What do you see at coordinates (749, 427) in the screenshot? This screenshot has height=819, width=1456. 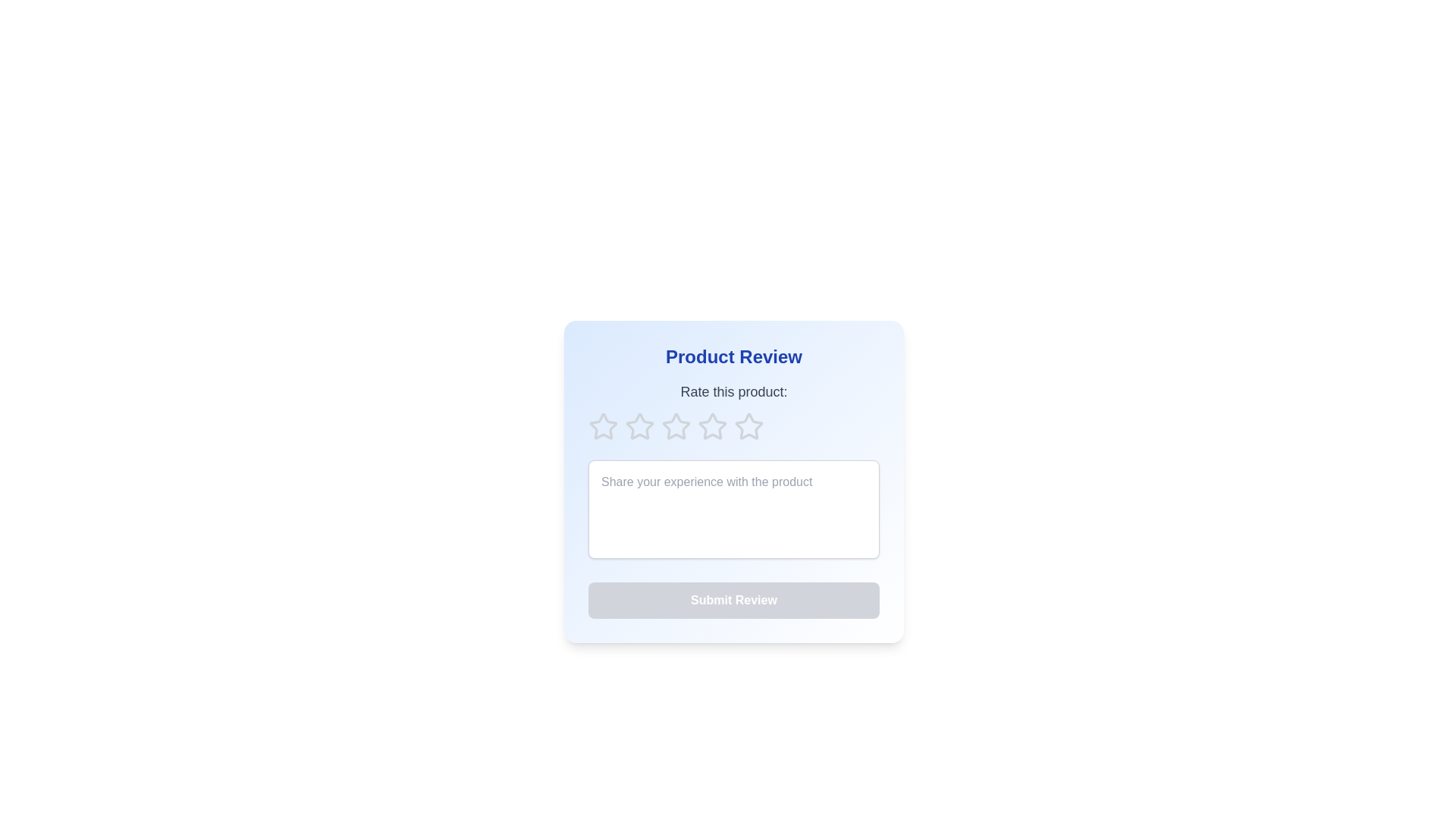 I see `the fifth hollow star-shaped rating icon, which is located below the 'Rate this product:' heading` at bounding box center [749, 427].